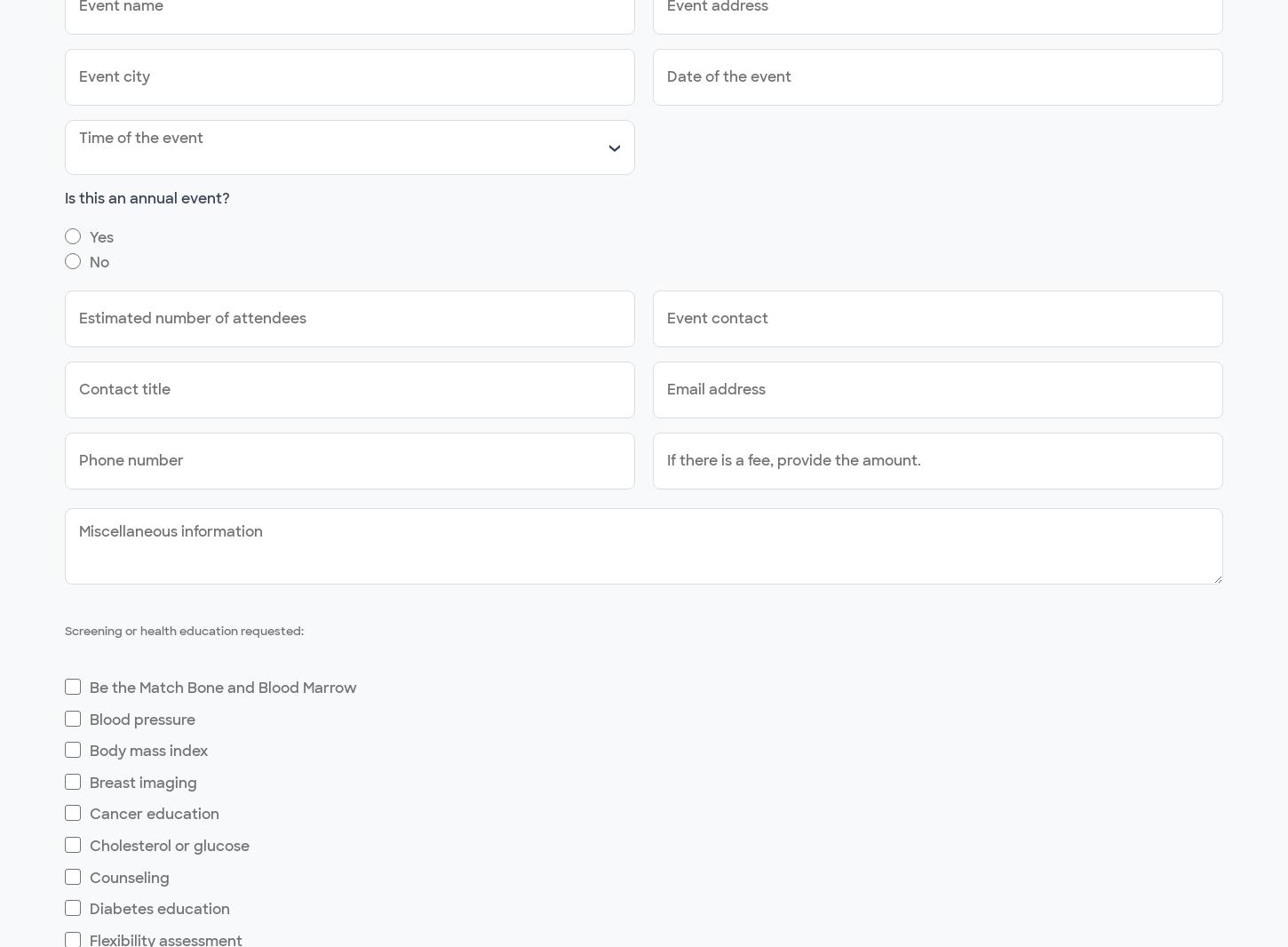  What do you see at coordinates (147, 197) in the screenshot?
I see `'Is this an annual event?'` at bounding box center [147, 197].